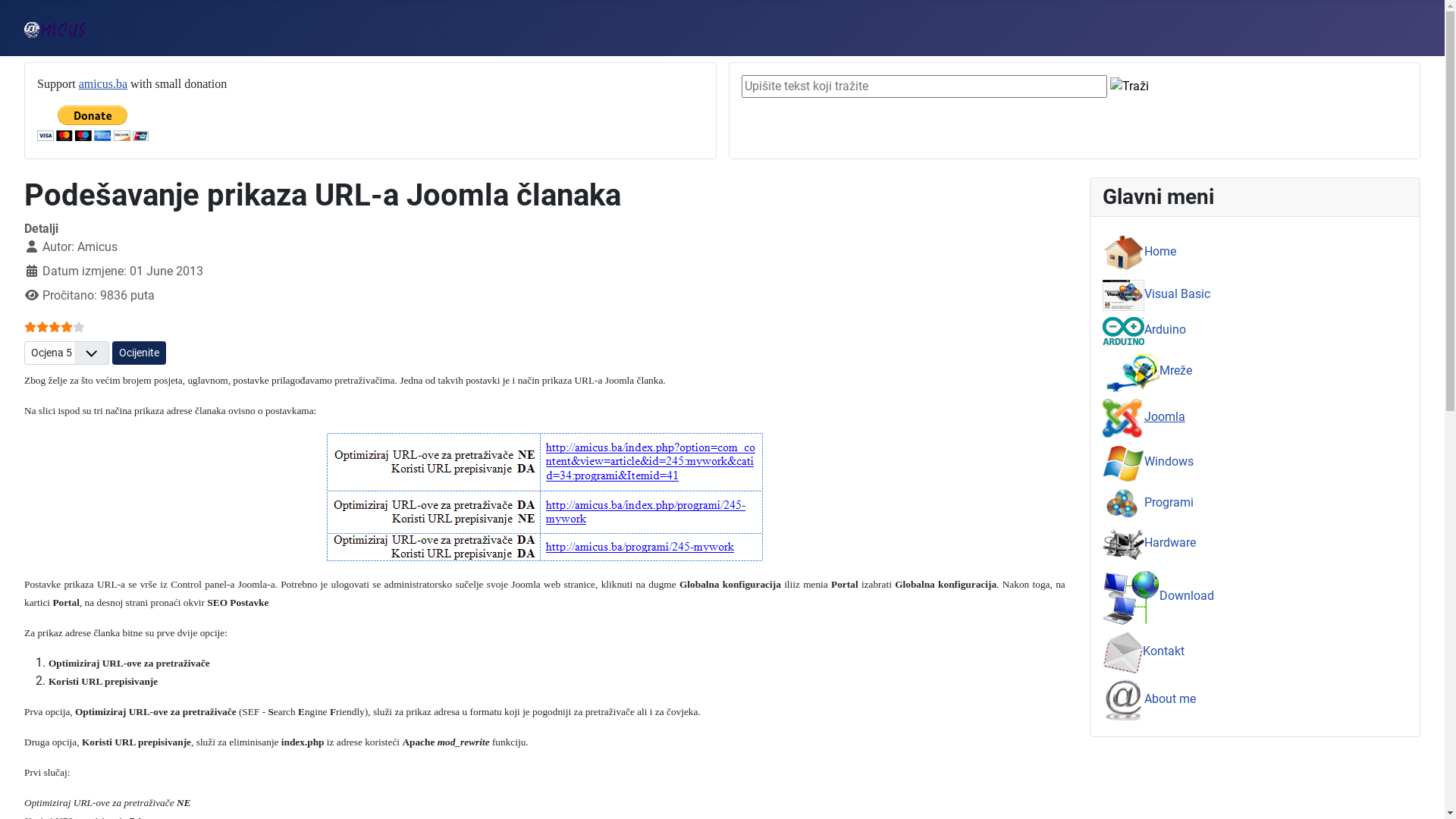 This screenshot has height=819, width=1456. Describe the element at coordinates (102, 83) in the screenshot. I see `'amicus.ba'` at that location.